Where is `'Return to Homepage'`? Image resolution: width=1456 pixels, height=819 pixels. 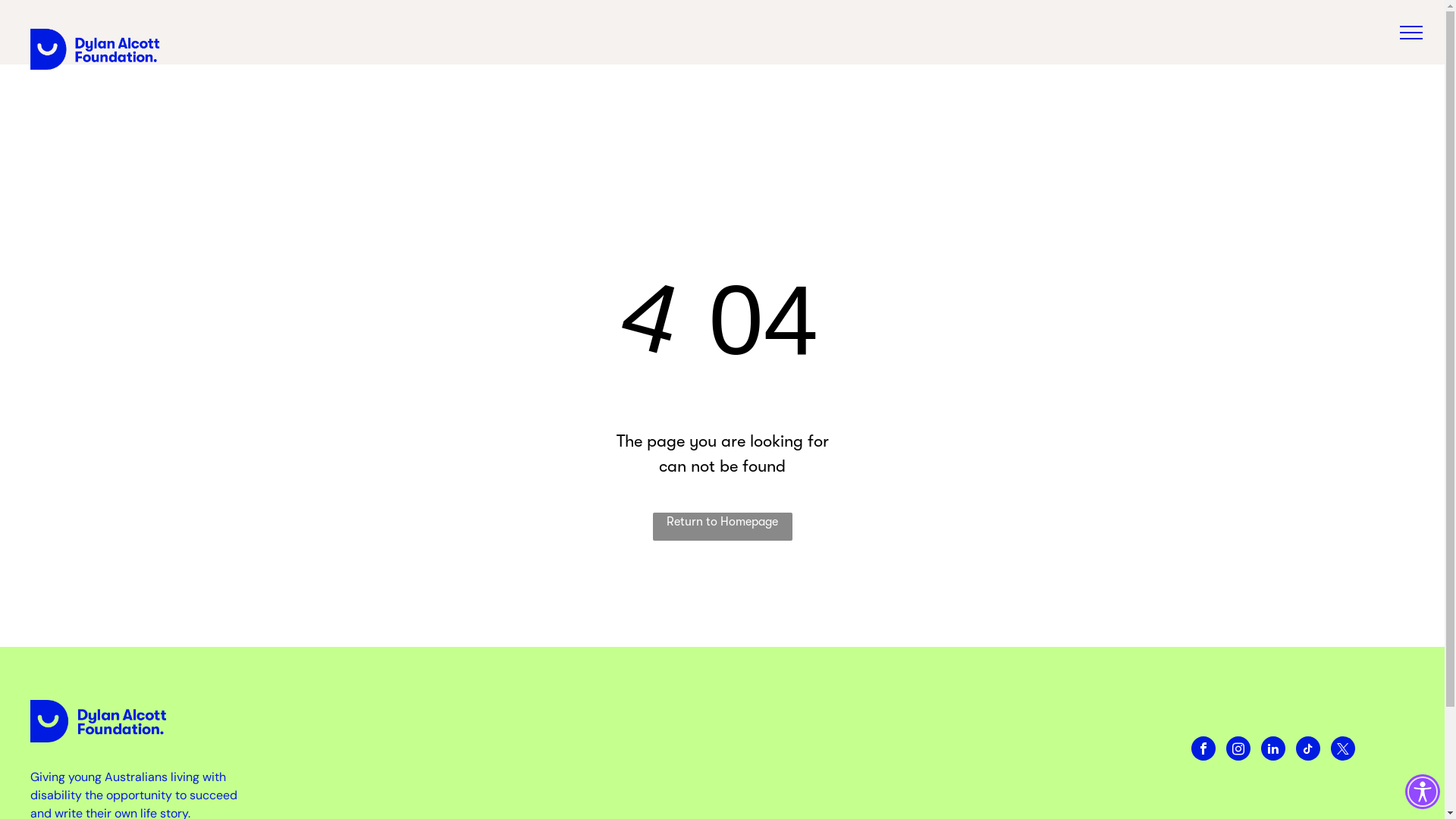 'Return to Homepage' is located at coordinates (720, 526).